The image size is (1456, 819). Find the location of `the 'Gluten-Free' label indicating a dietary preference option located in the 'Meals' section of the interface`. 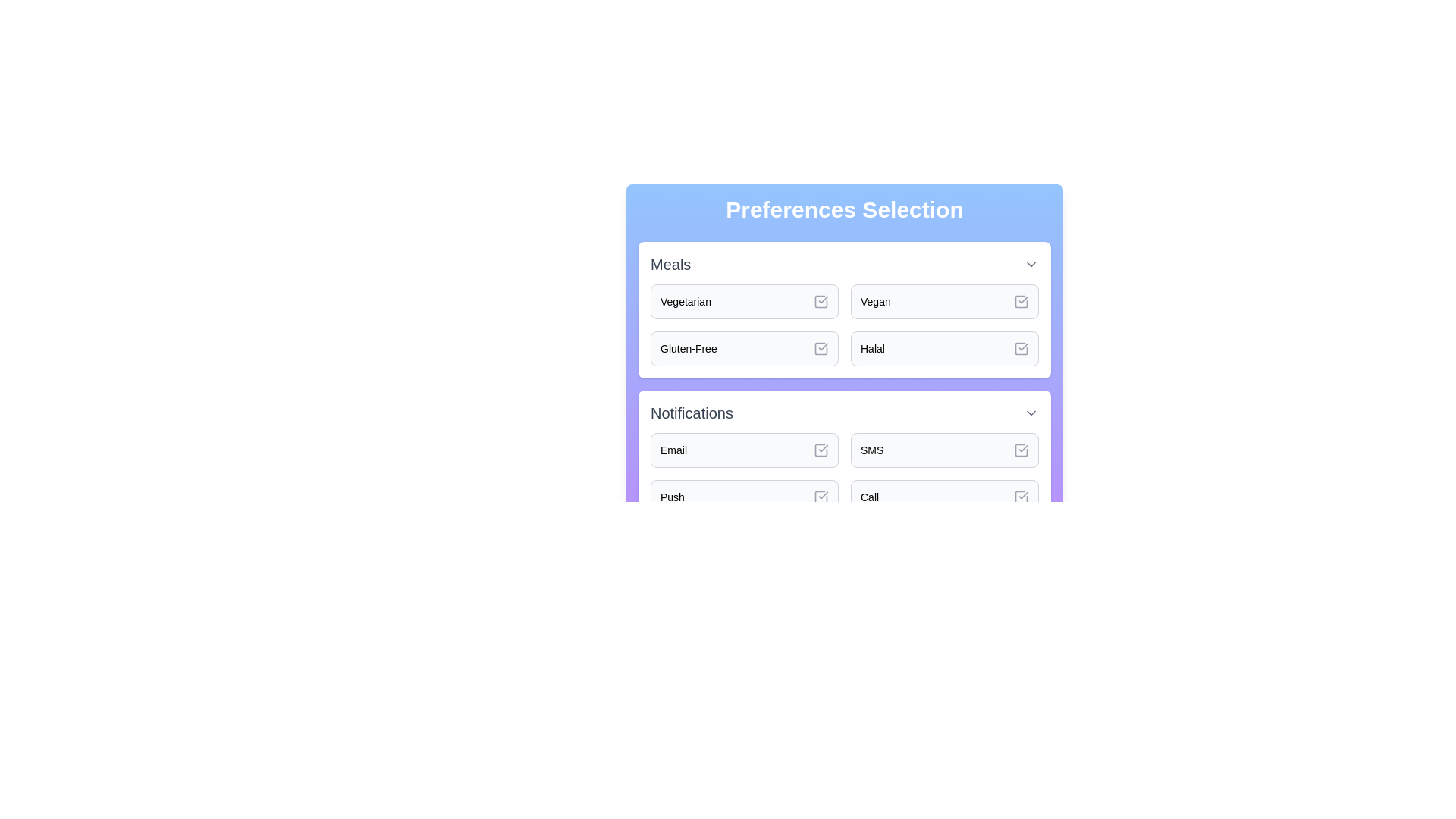

the 'Gluten-Free' label indicating a dietary preference option located in the 'Meals' section of the interface is located at coordinates (688, 348).